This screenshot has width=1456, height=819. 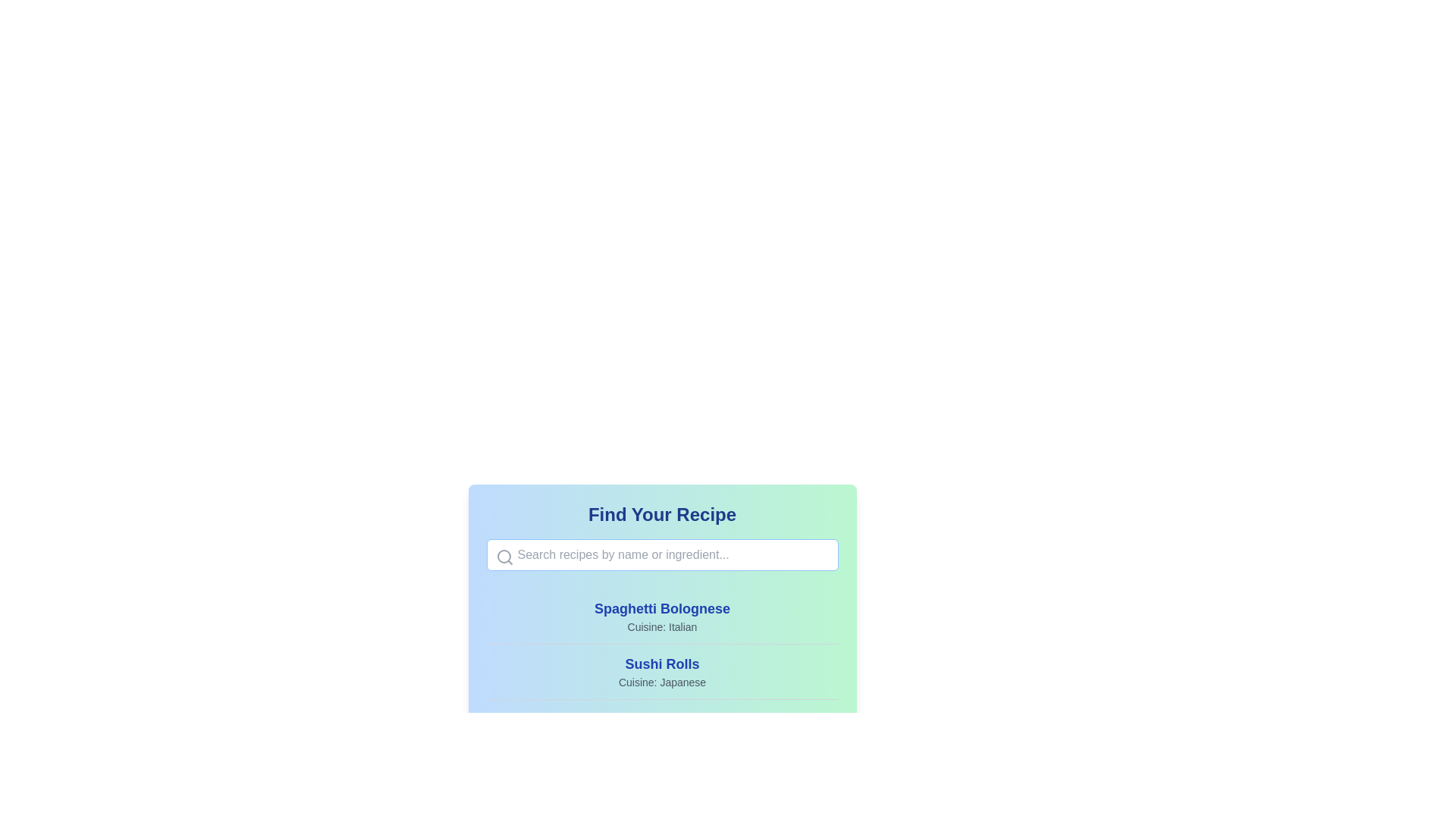 What do you see at coordinates (662, 617) in the screenshot?
I see `the first selectable recipe option for 'Spaghetti Bolognese' in the recipe menu to change its background color` at bounding box center [662, 617].